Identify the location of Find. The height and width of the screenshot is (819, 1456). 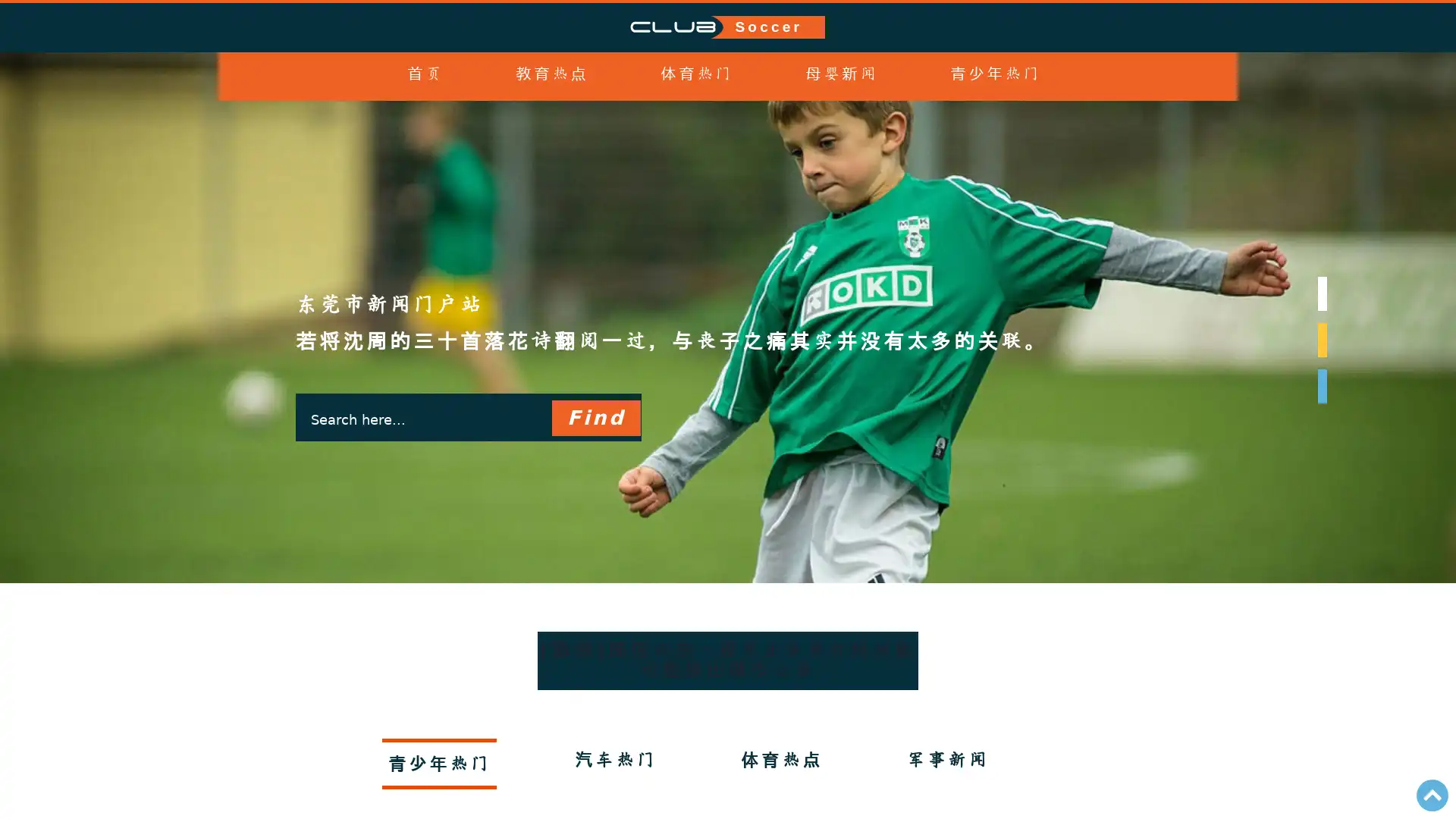
(595, 418).